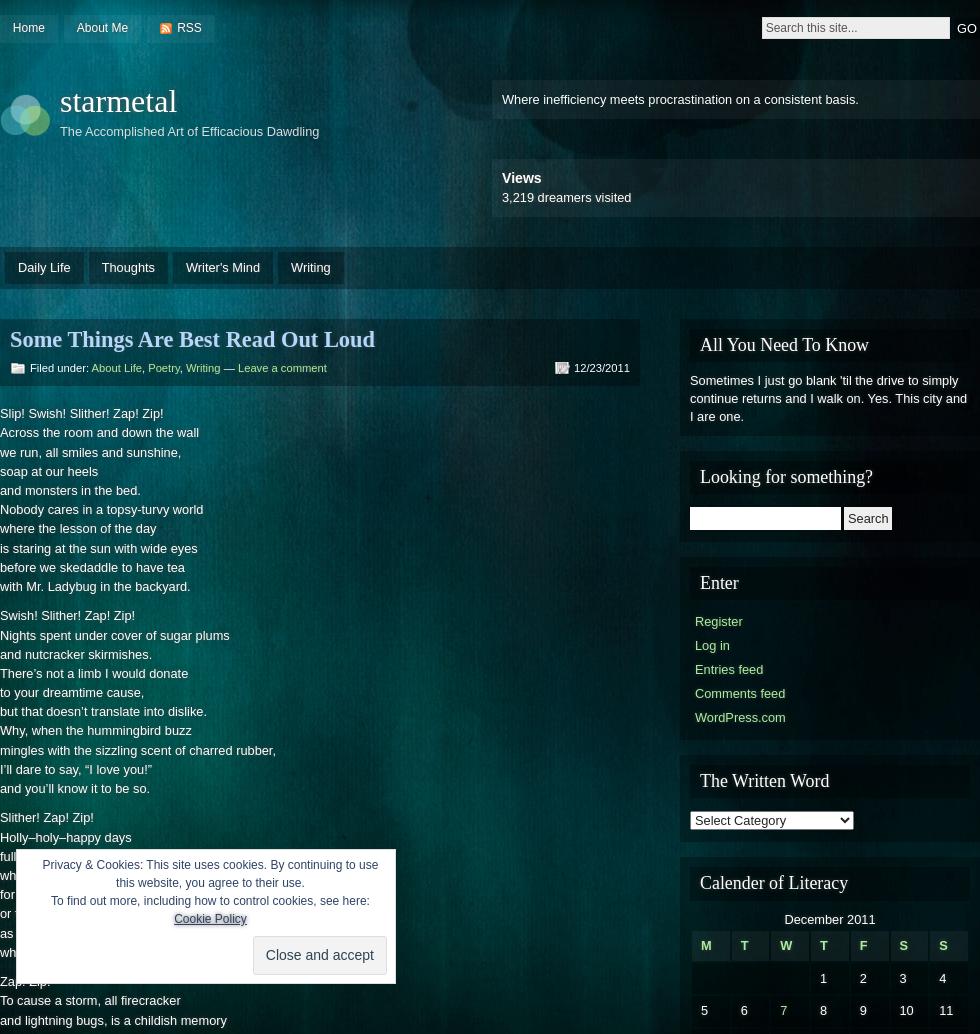 Image resolution: width=980 pixels, height=1034 pixels. I want to click on 'to your dreamtime cause,', so click(72, 692).